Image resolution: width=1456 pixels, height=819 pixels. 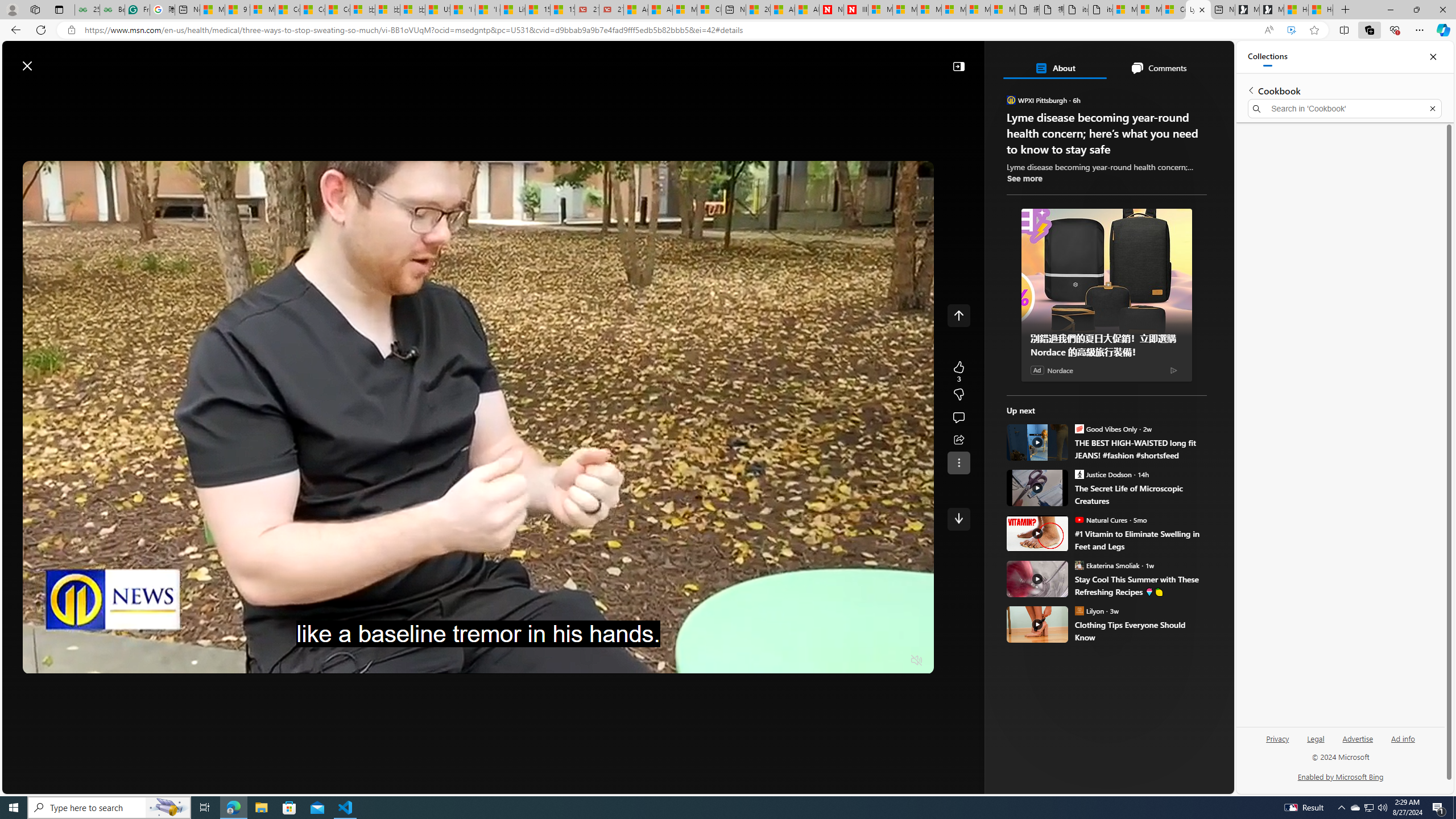 I want to click on 'Advertise', so click(x=1357, y=738).